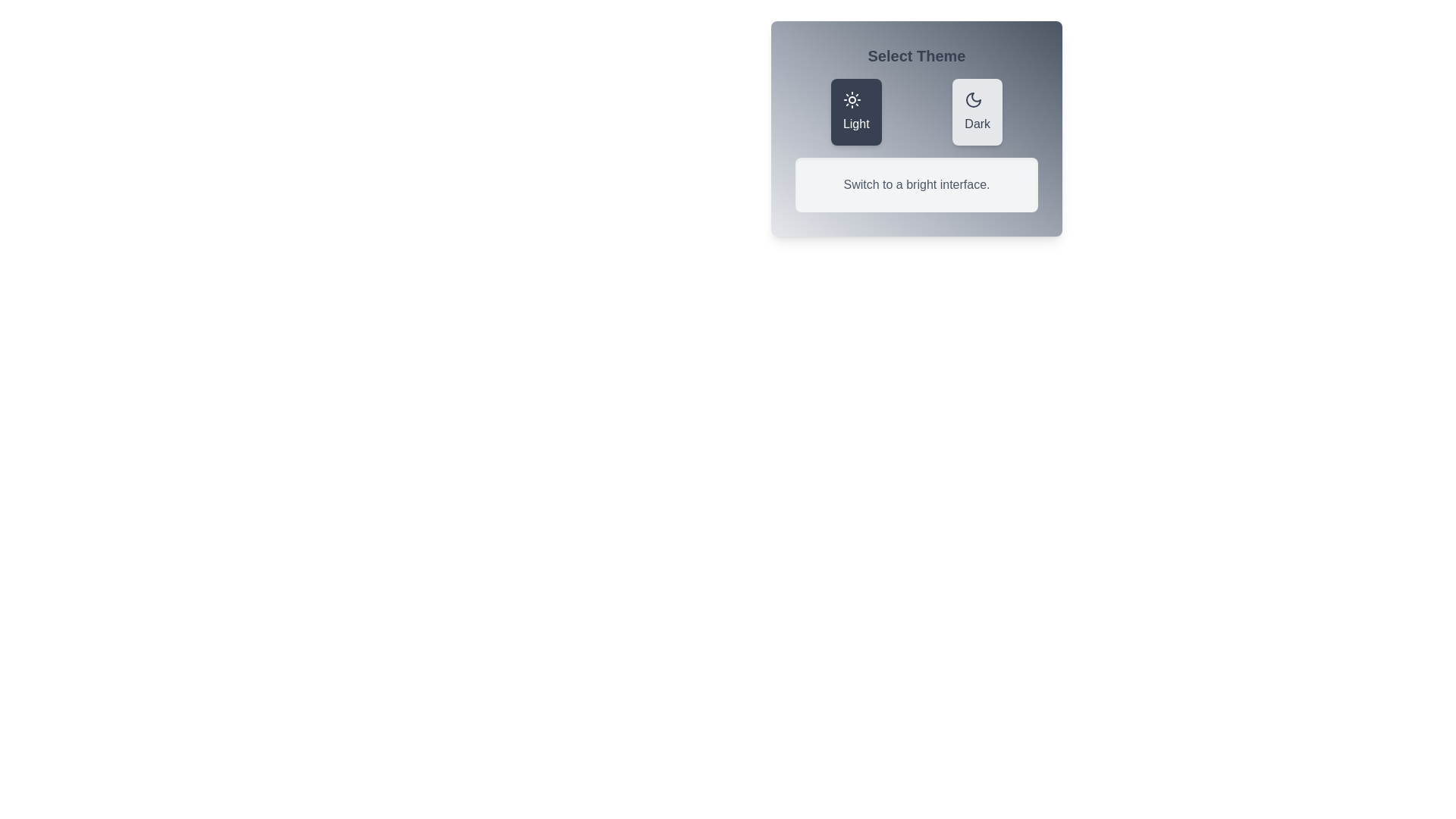 The width and height of the screenshot is (1456, 819). I want to click on the 'Dark' button to switch the theme, so click(977, 111).